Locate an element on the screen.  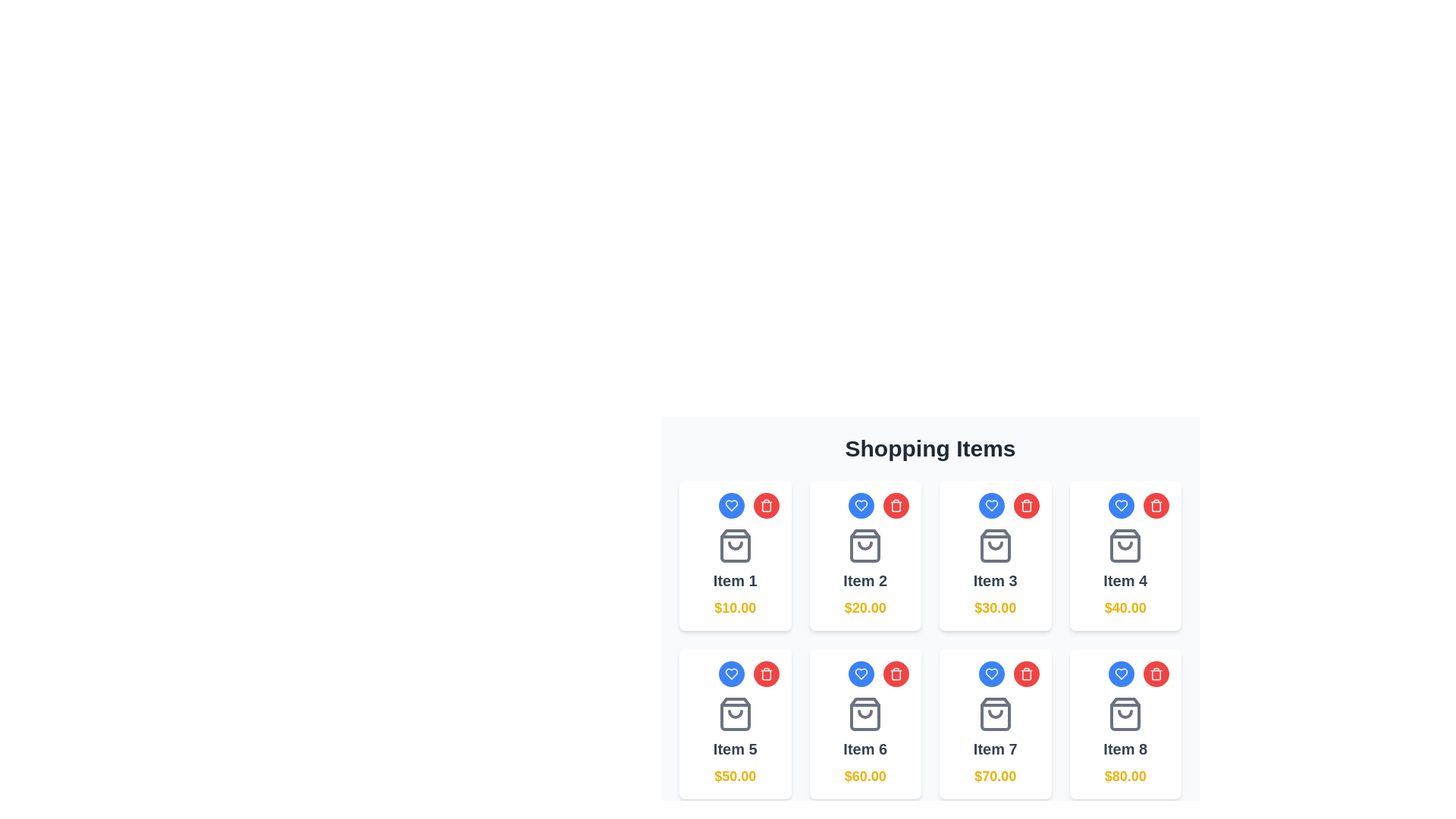
the 'Delete' icon located at the upper-right side of the card labeled 'Item 3' is located at coordinates (766, 507).